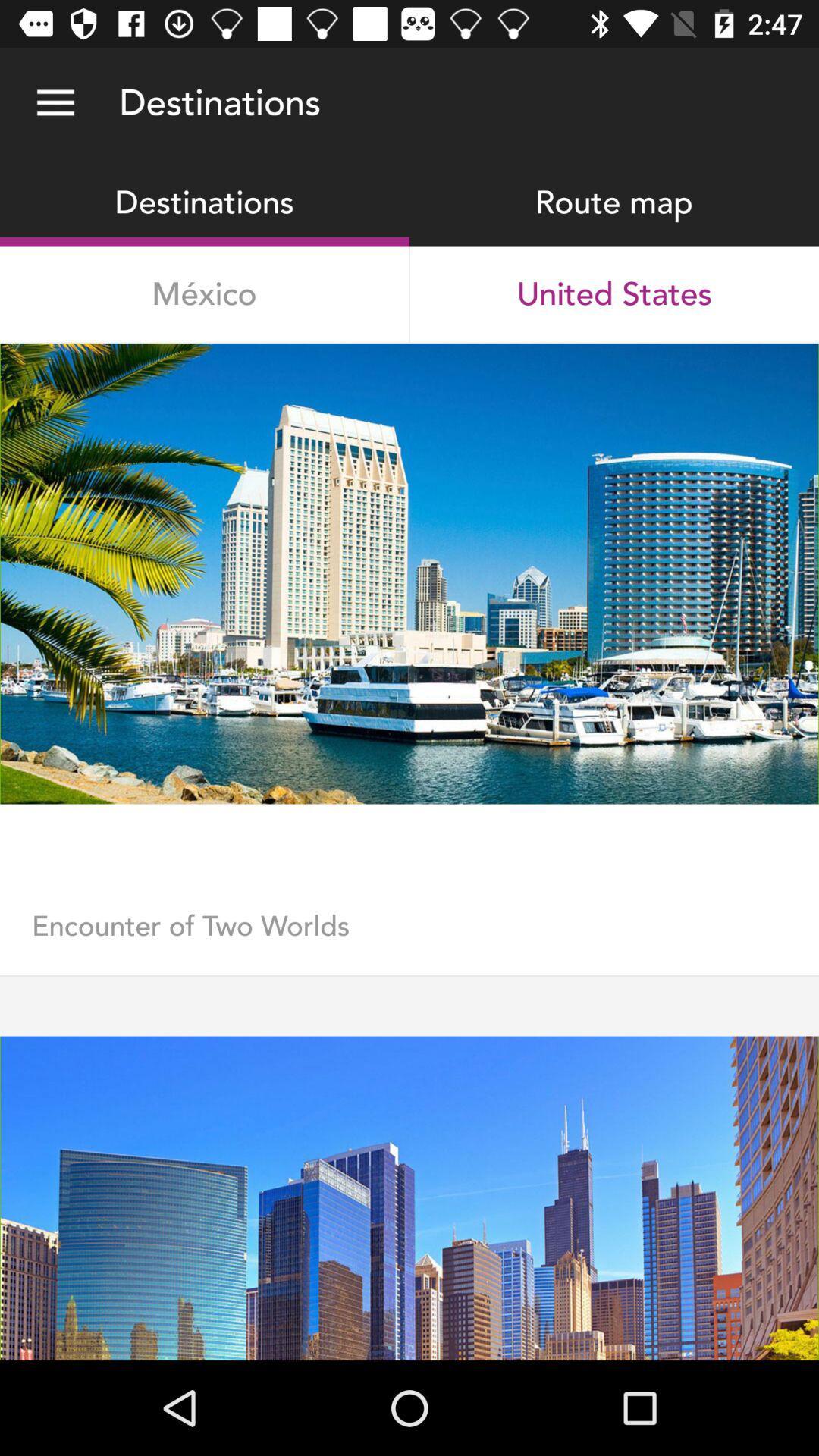 The height and width of the screenshot is (1456, 819). I want to click on united states icon, so click(614, 294).